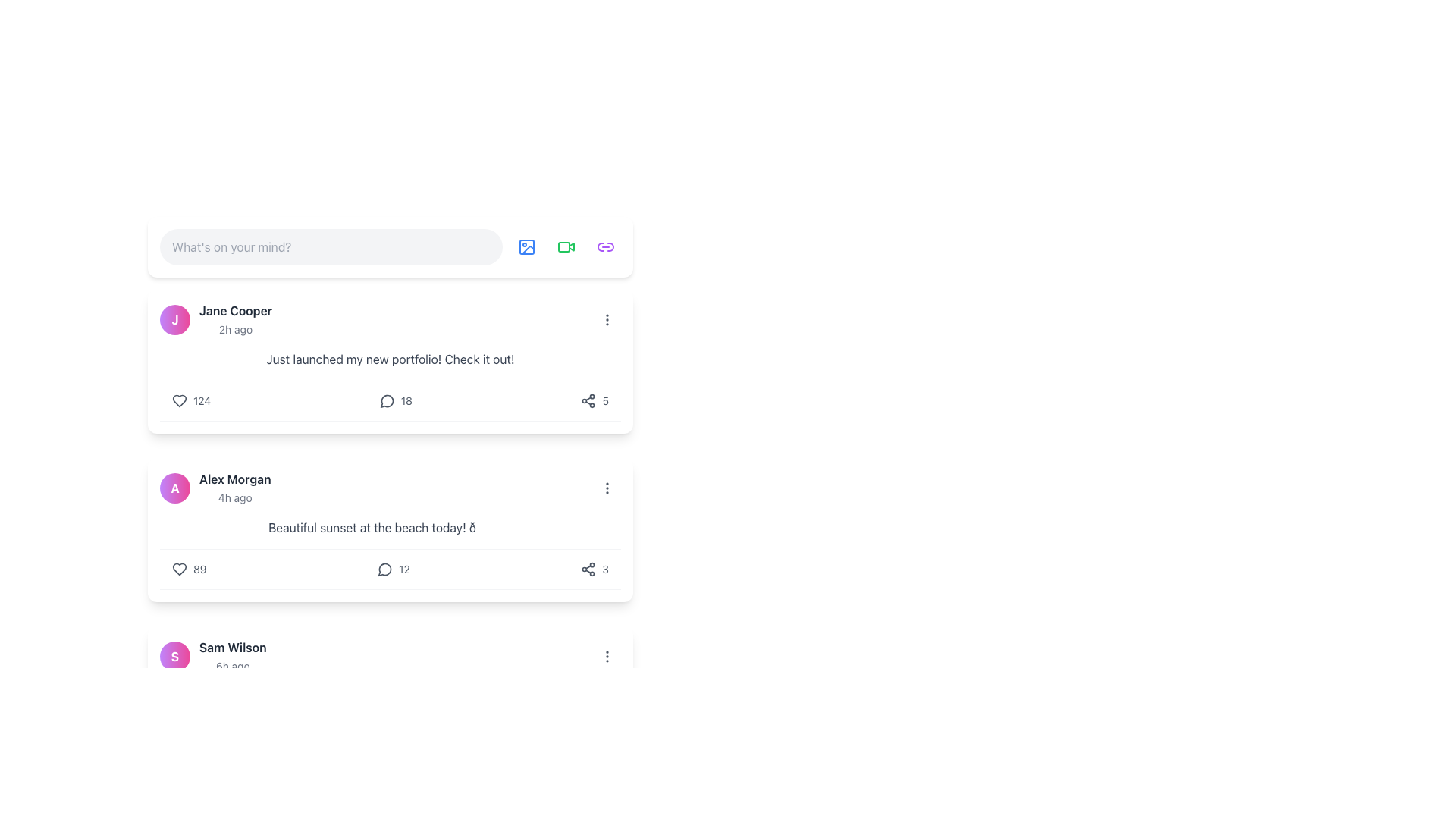 This screenshot has width=1456, height=819. Describe the element at coordinates (607, 488) in the screenshot. I see `the Icon Button located in the middle-right area of the second post` at that location.